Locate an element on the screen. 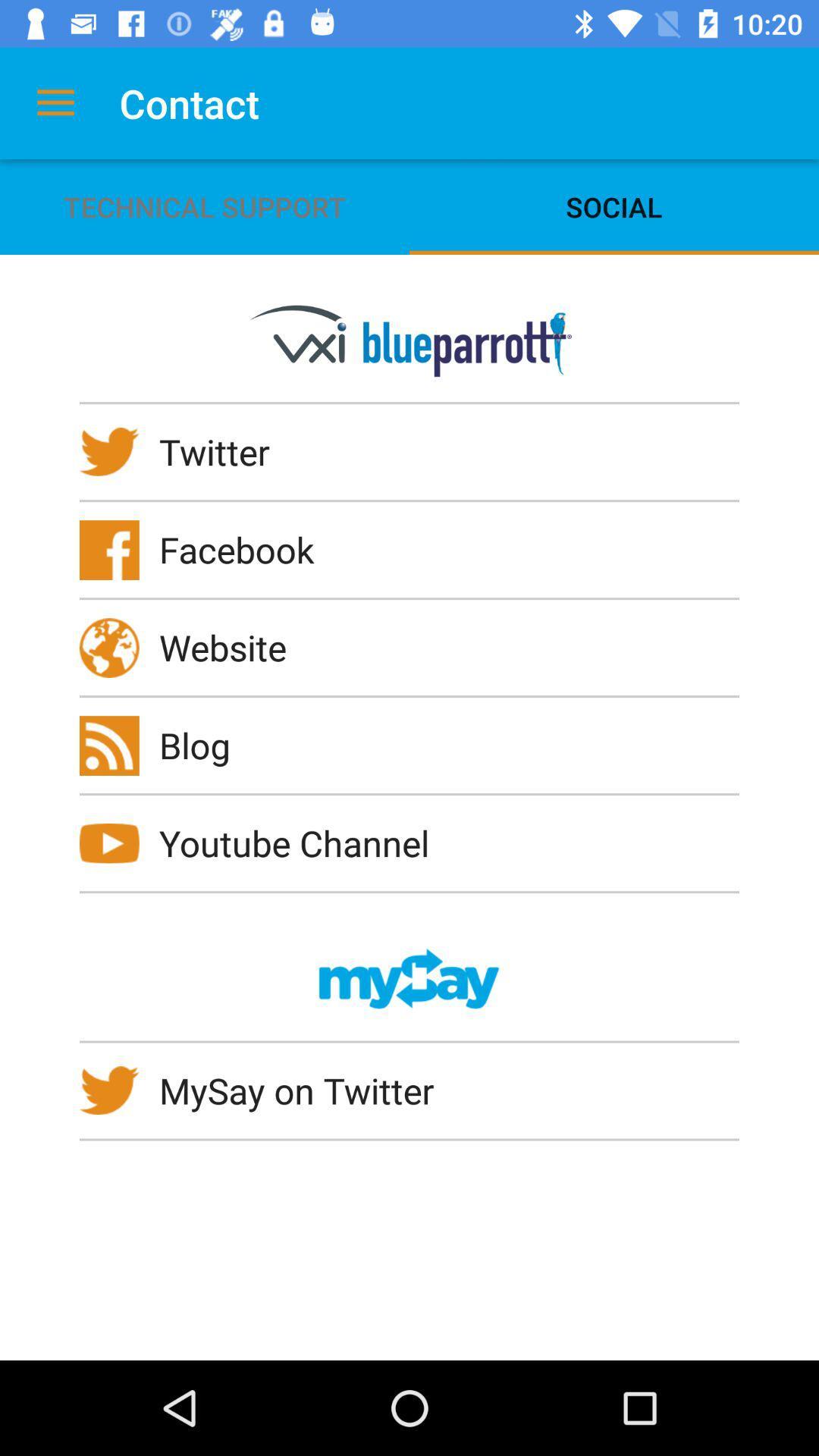 The height and width of the screenshot is (1456, 819). icon above technical support icon is located at coordinates (55, 102).